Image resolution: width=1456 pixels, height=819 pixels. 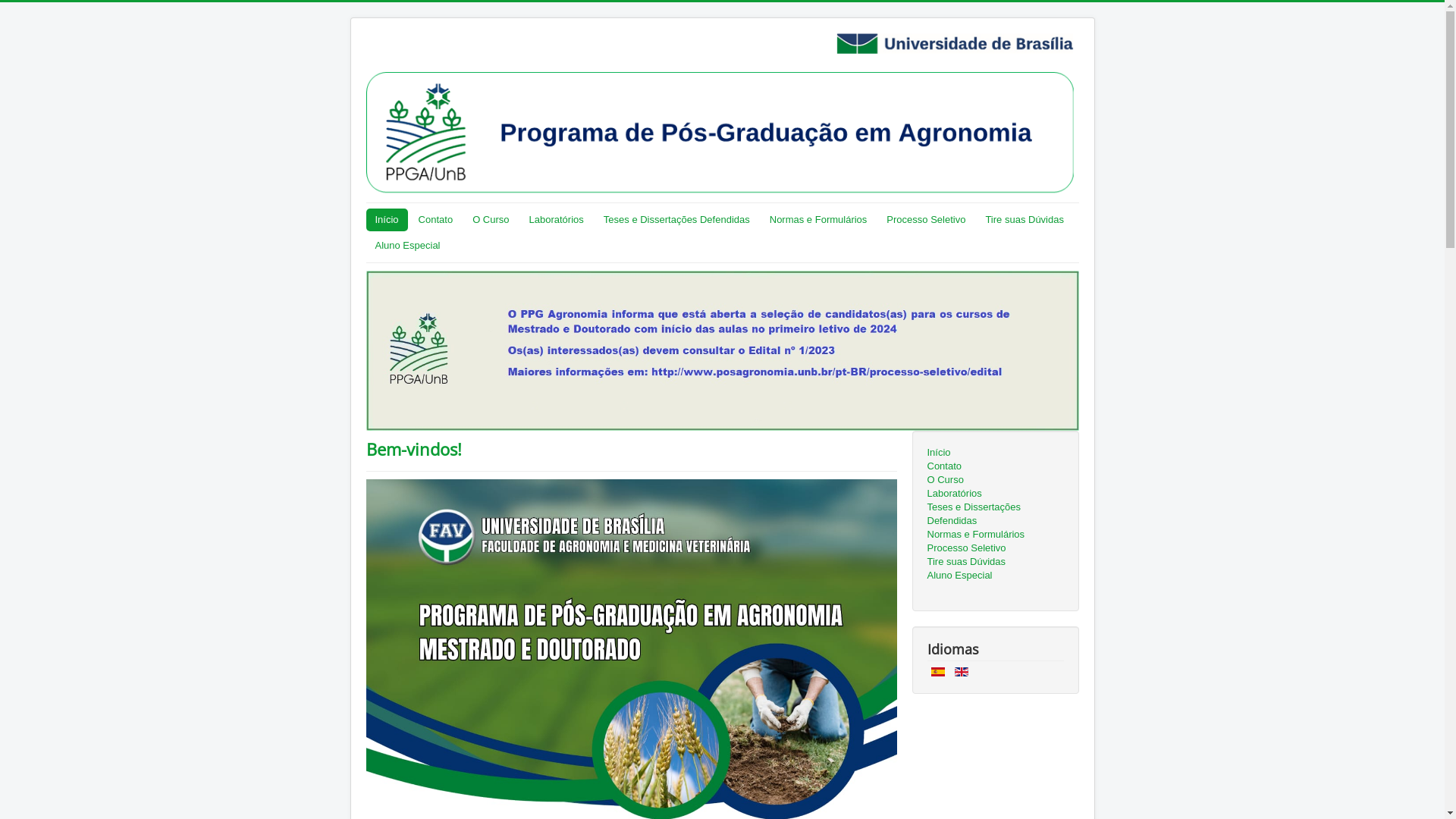 I want to click on 'Aluno Especial', so click(x=407, y=245).